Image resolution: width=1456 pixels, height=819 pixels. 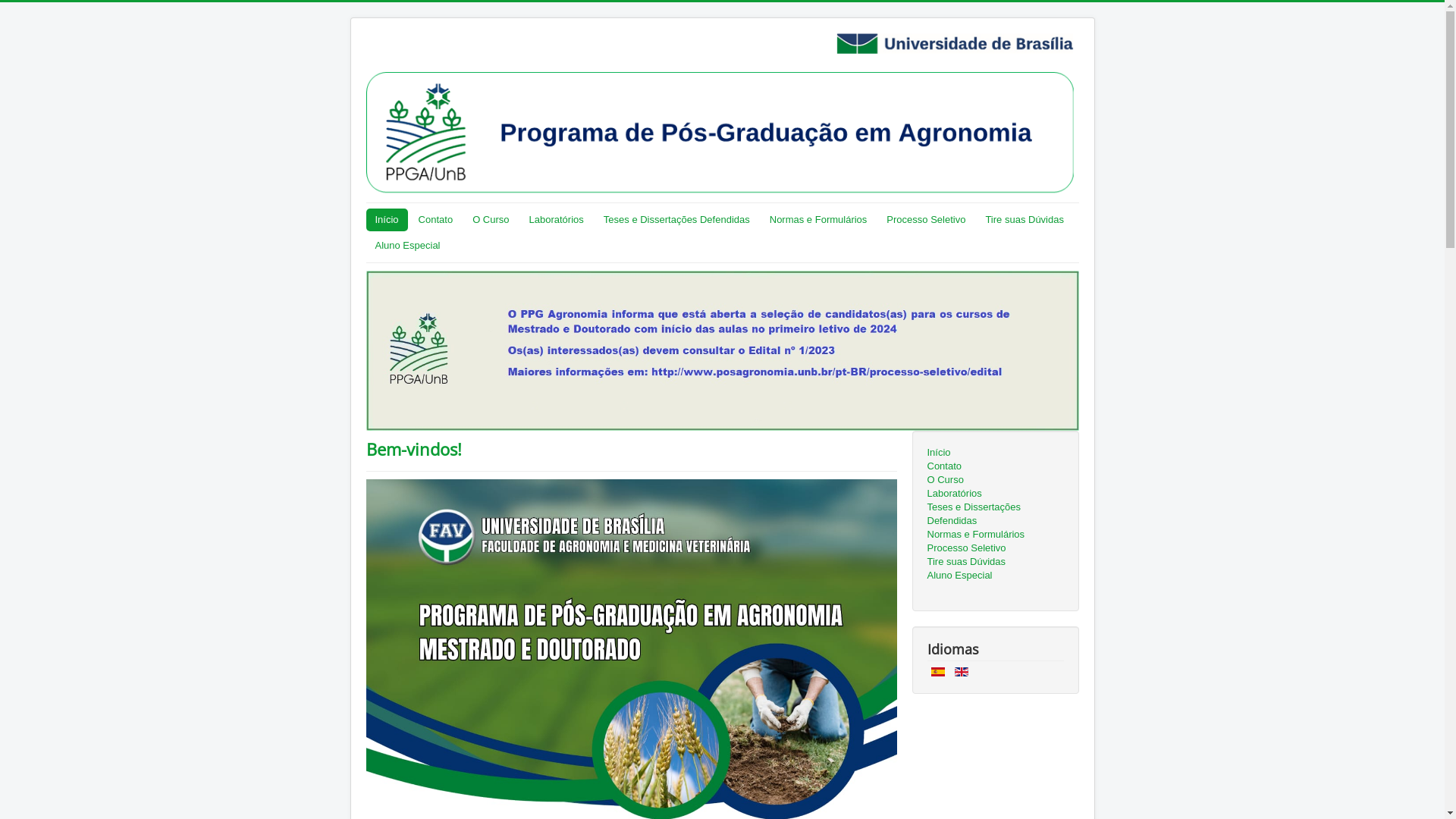 I want to click on 'Aluno Especial', so click(x=407, y=245).